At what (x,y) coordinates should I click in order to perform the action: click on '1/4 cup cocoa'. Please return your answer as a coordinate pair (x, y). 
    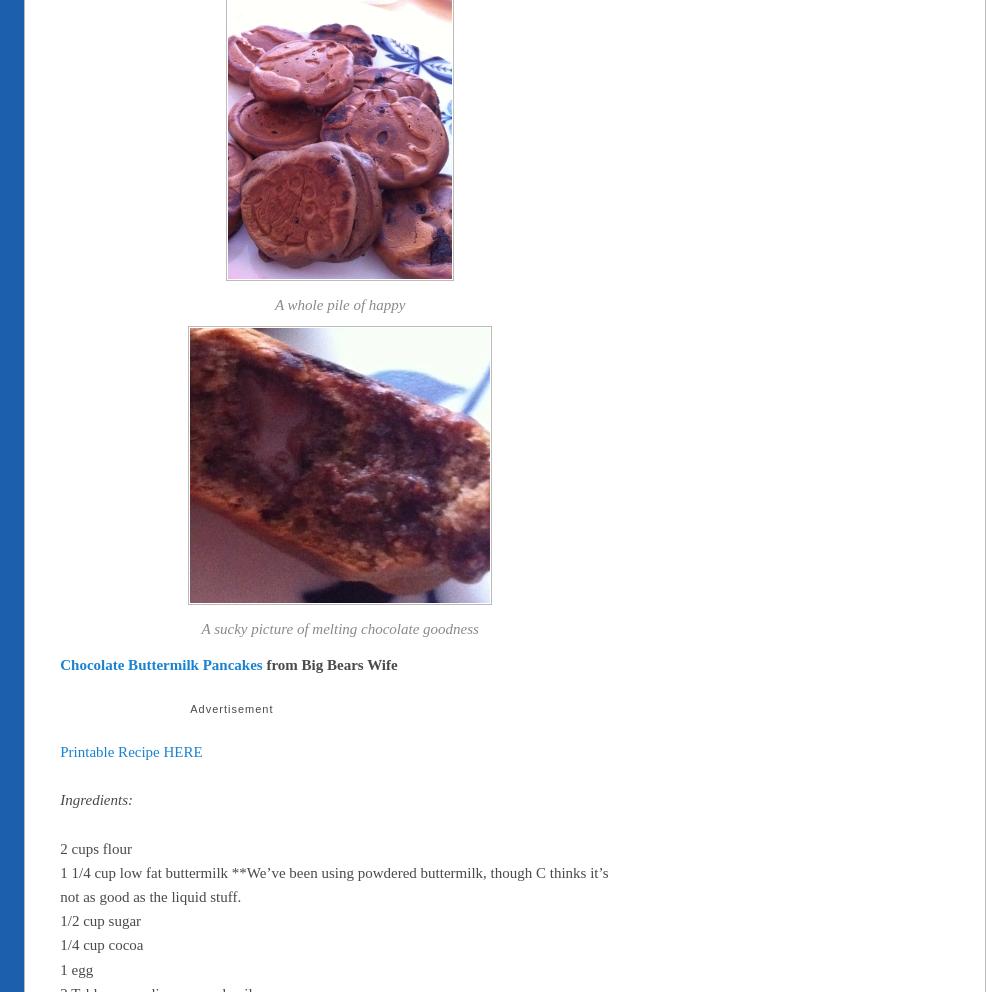
    Looking at the image, I should click on (101, 943).